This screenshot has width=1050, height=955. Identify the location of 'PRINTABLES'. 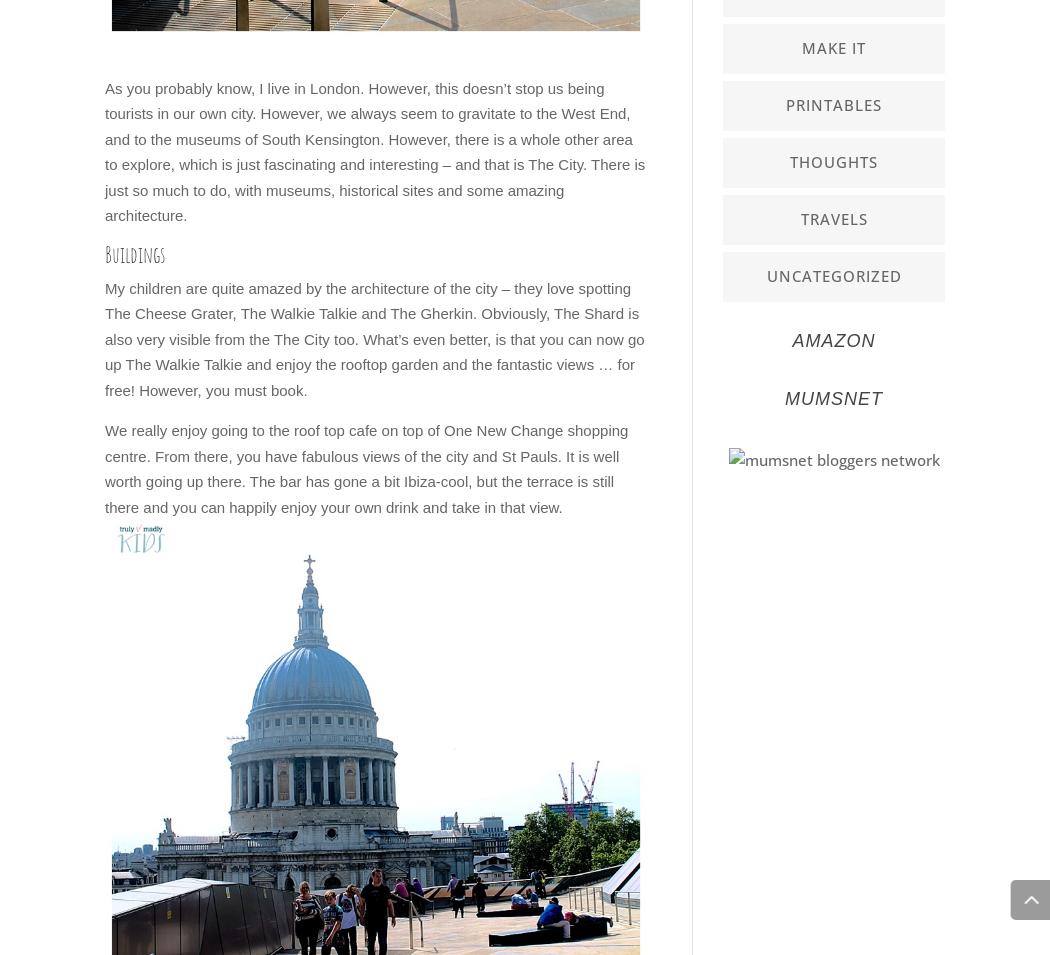
(834, 103).